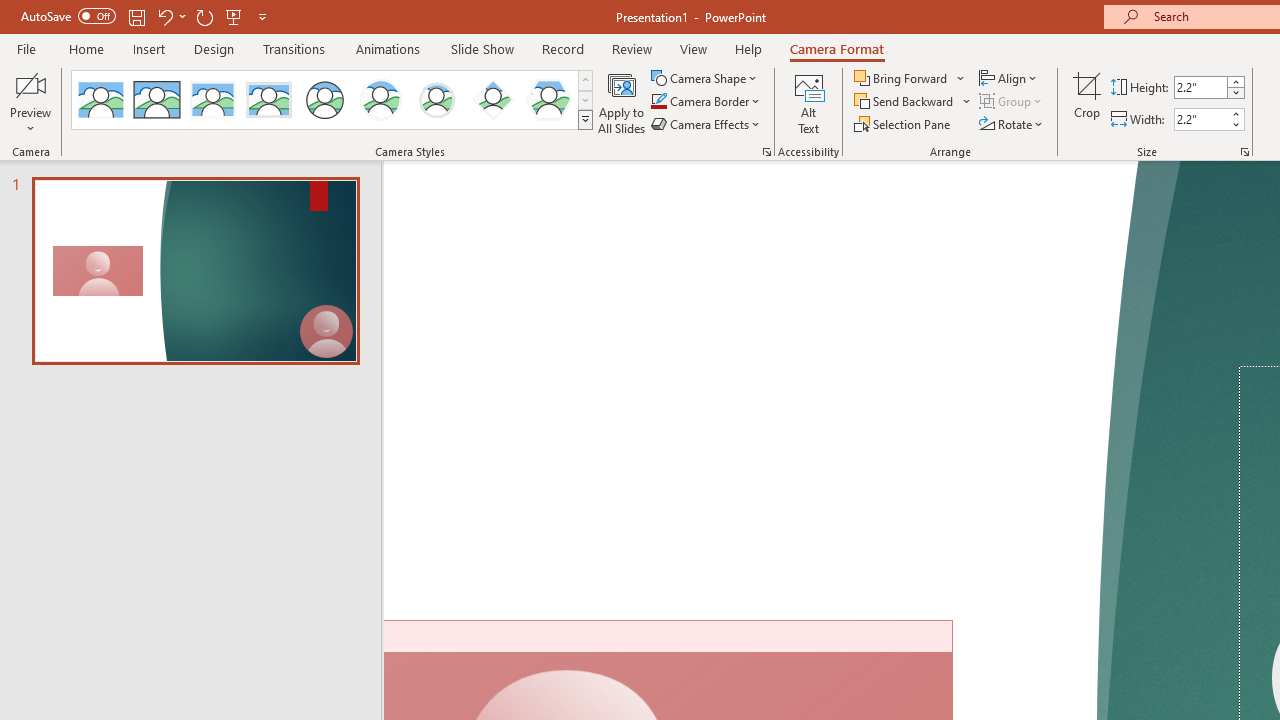 Image resolution: width=1280 pixels, height=720 pixels. I want to click on 'Simple Frame Rectangle', so click(156, 100).